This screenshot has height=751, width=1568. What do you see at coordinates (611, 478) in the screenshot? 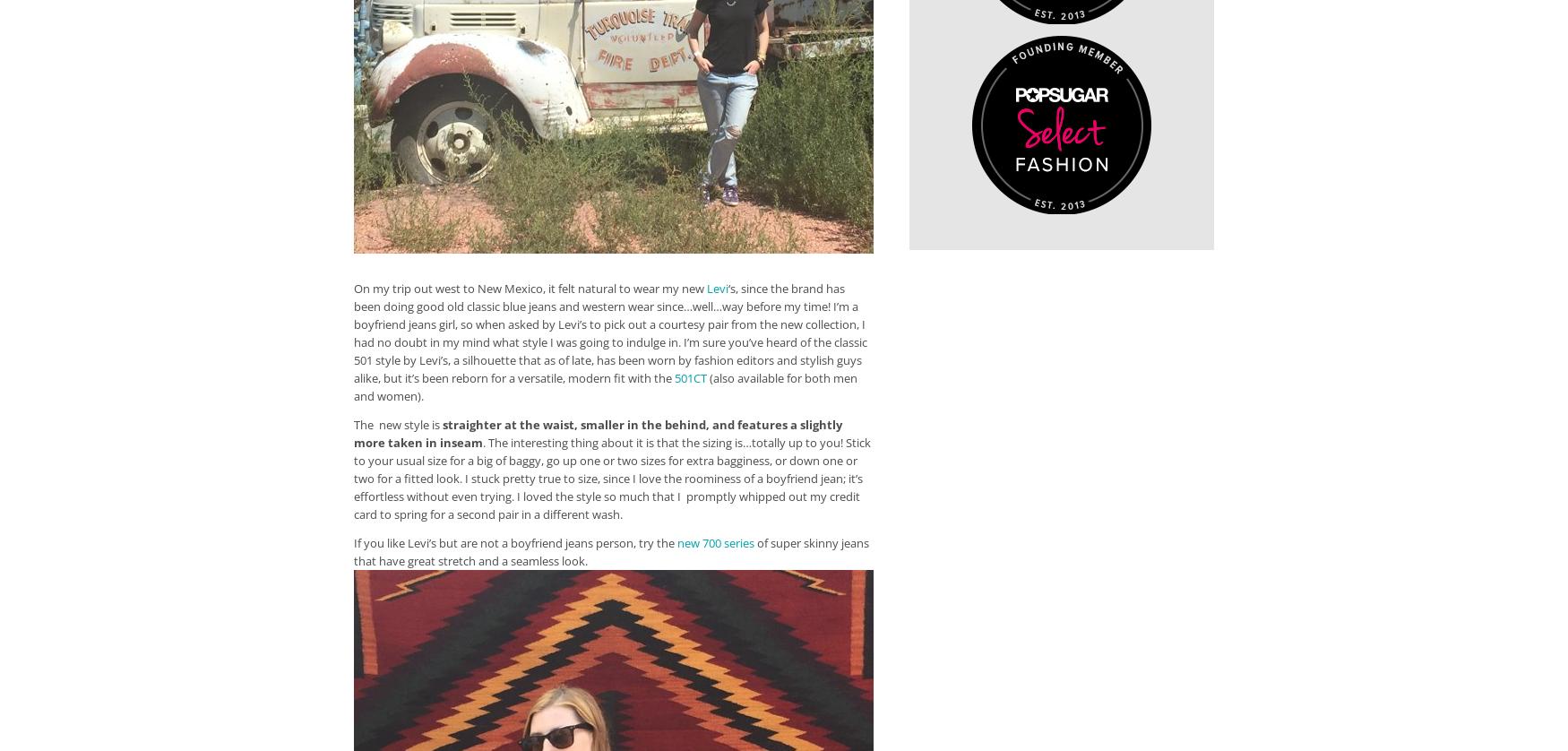
I see `'. The interesting thing about it is that the sizing is…totally up to you! Stick to your usual size for a big of baggy, go up one or two sizes for extra bagginess, or down one or two for a fitted look. I stuck pretty true to size, since I love the roominess of a boyfriend jean; it’s effortless without even trying. I loved the style so much that I  promptly whipped out my credit card to spring for a second pair in a different wash.'` at bounding box center [611, 478].